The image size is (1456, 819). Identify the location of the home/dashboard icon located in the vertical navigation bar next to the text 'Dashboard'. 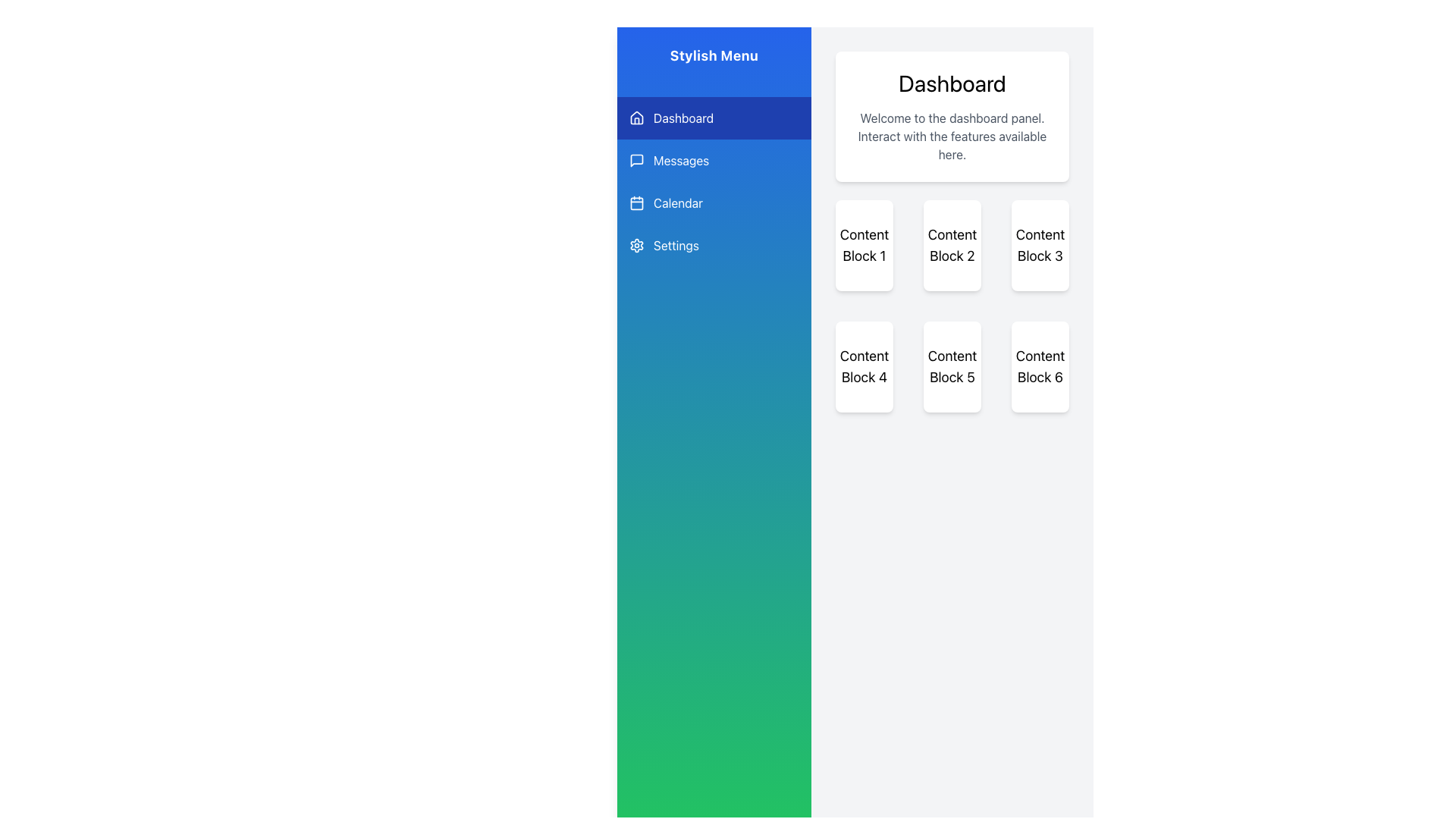
(637, 116).